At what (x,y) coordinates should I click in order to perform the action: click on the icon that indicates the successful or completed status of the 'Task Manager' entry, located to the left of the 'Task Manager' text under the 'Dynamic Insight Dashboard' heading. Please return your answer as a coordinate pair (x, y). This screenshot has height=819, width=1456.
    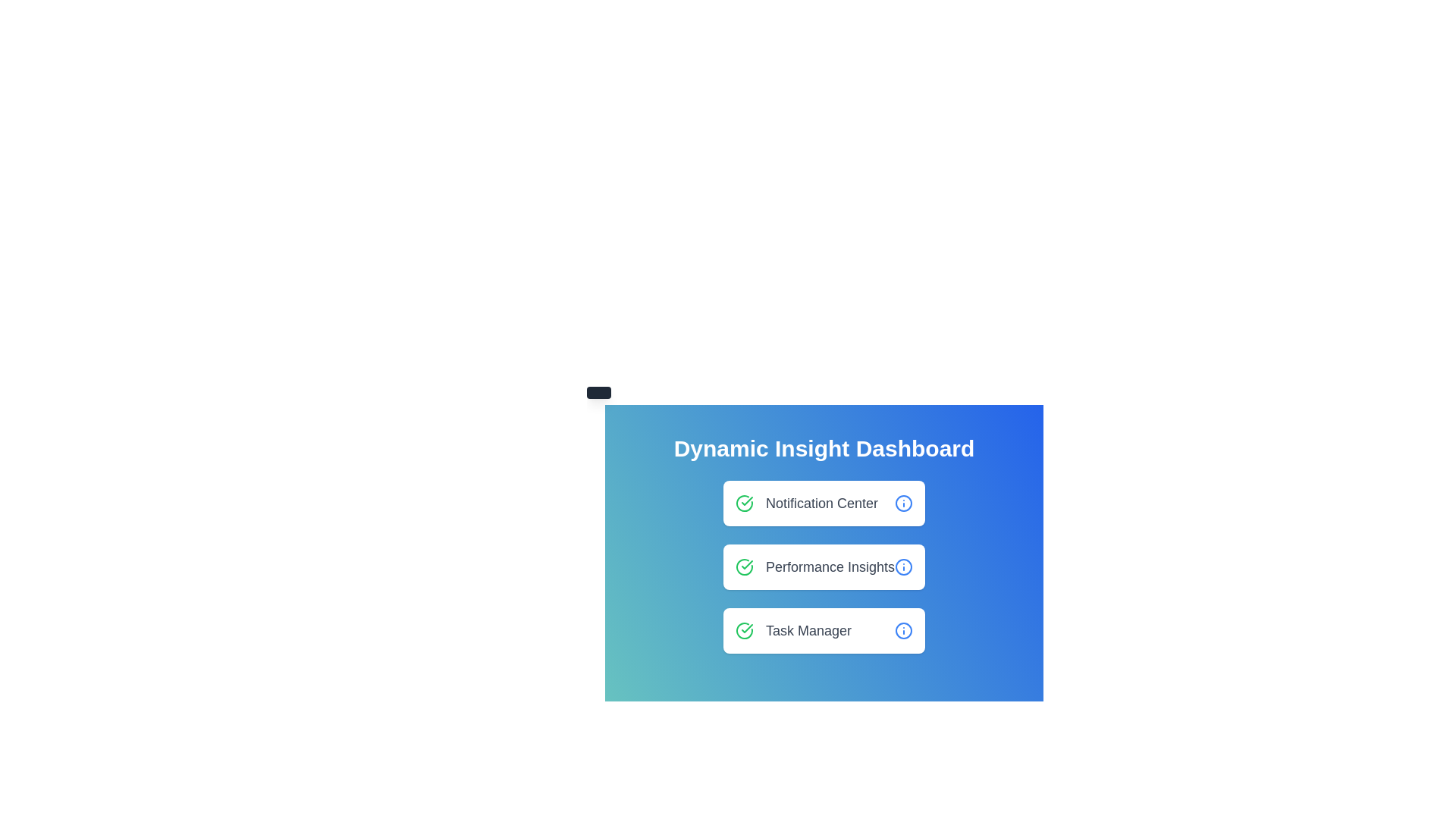
    Looking at the image, I should click on (744, 631).